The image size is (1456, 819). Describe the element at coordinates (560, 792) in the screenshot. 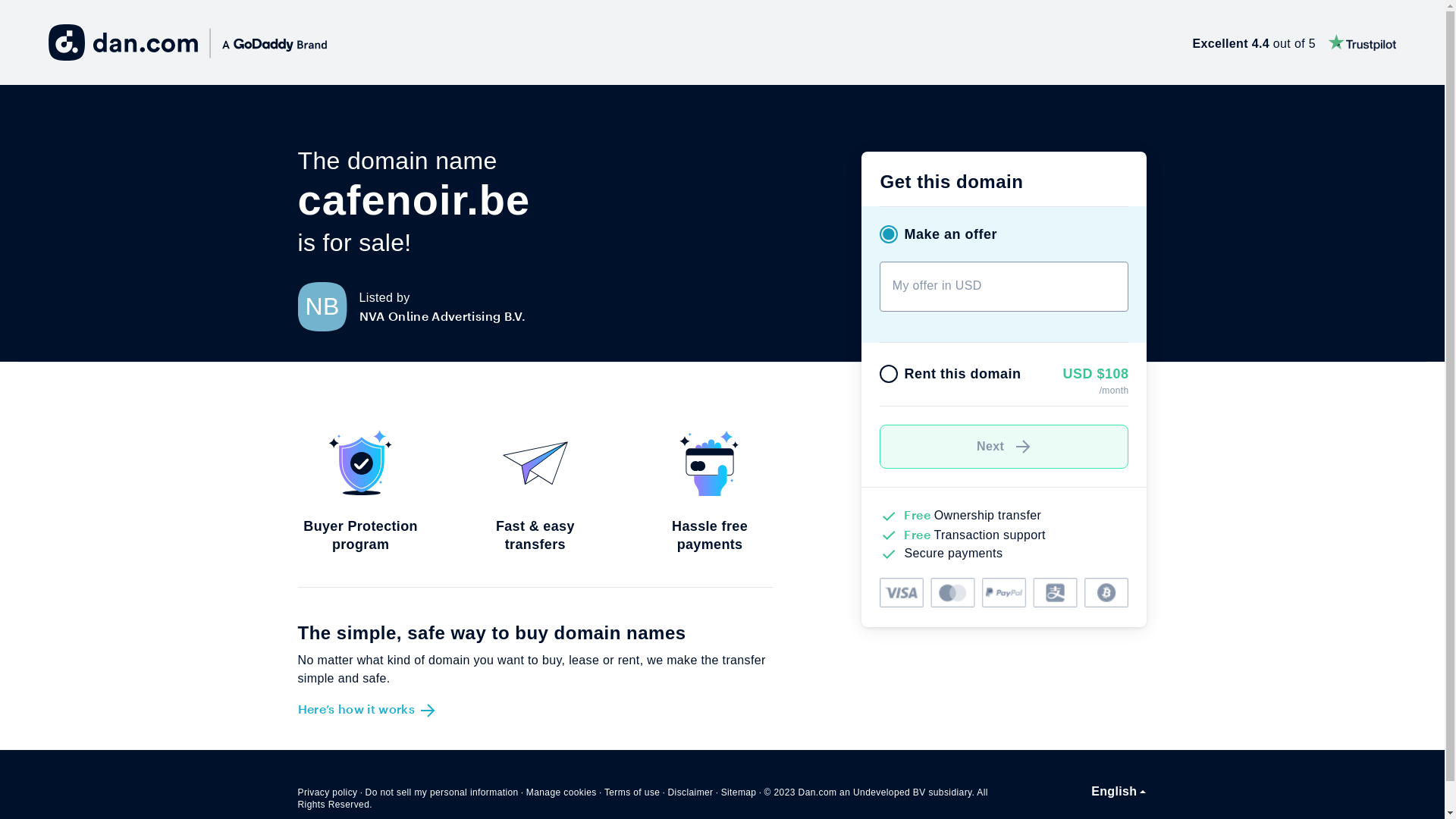

I see `'Manage cookies'` at that location.